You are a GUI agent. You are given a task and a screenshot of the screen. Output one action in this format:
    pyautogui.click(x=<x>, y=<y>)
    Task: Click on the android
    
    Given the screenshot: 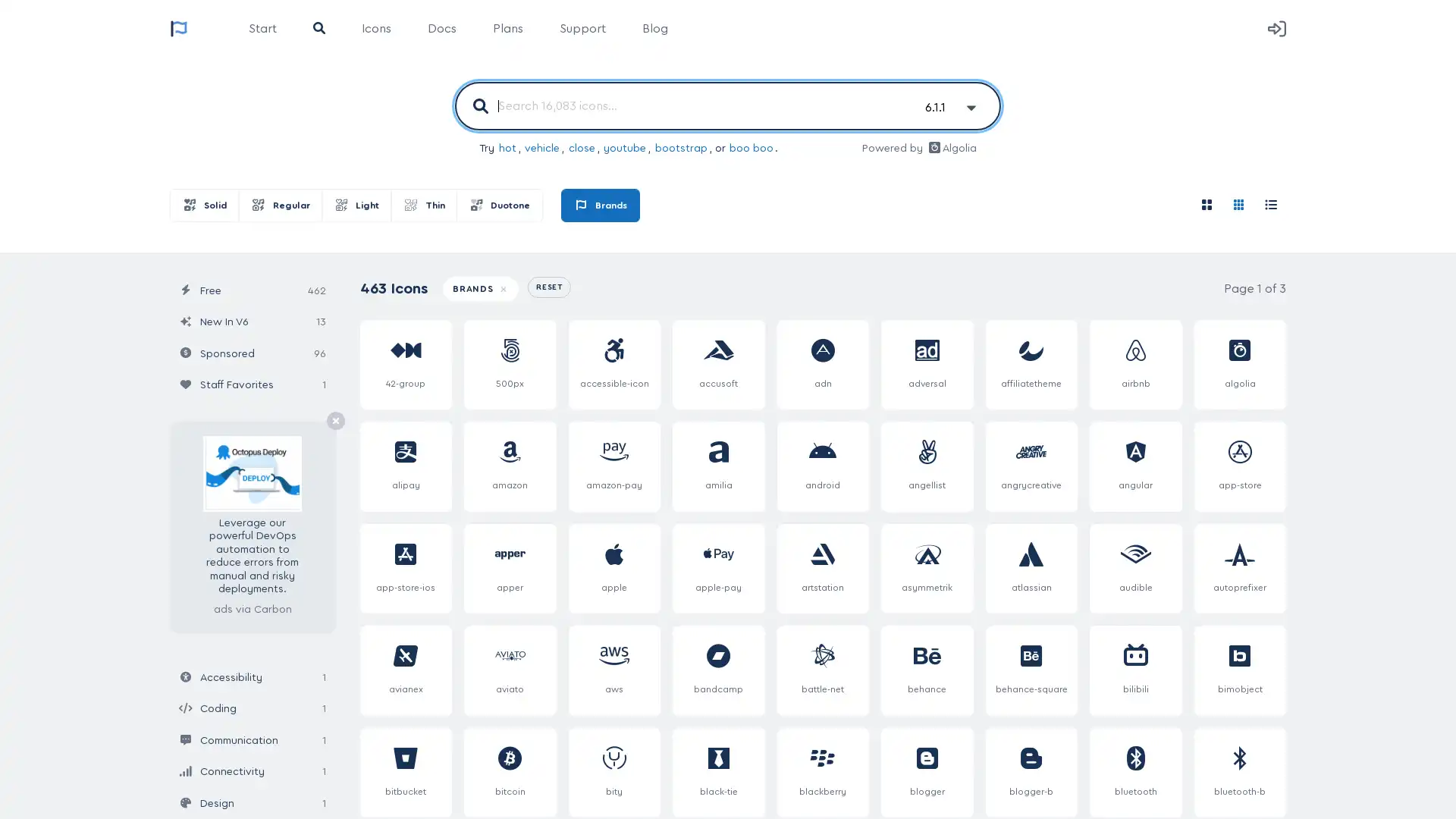 What is the action you would take?
    pyautogui.click(x=821, y=475)
    